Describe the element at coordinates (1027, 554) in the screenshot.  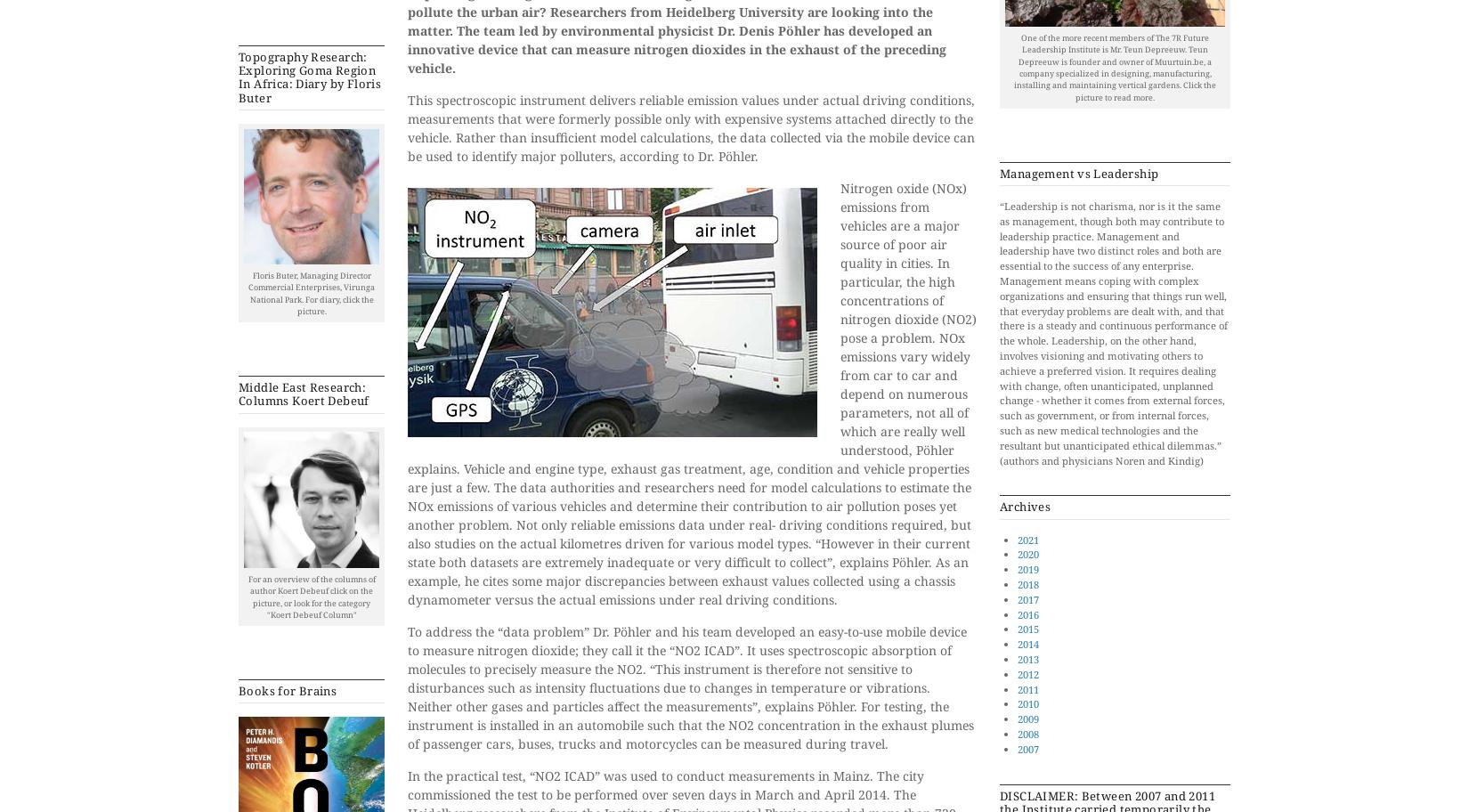
I see `'2020'` at that location.